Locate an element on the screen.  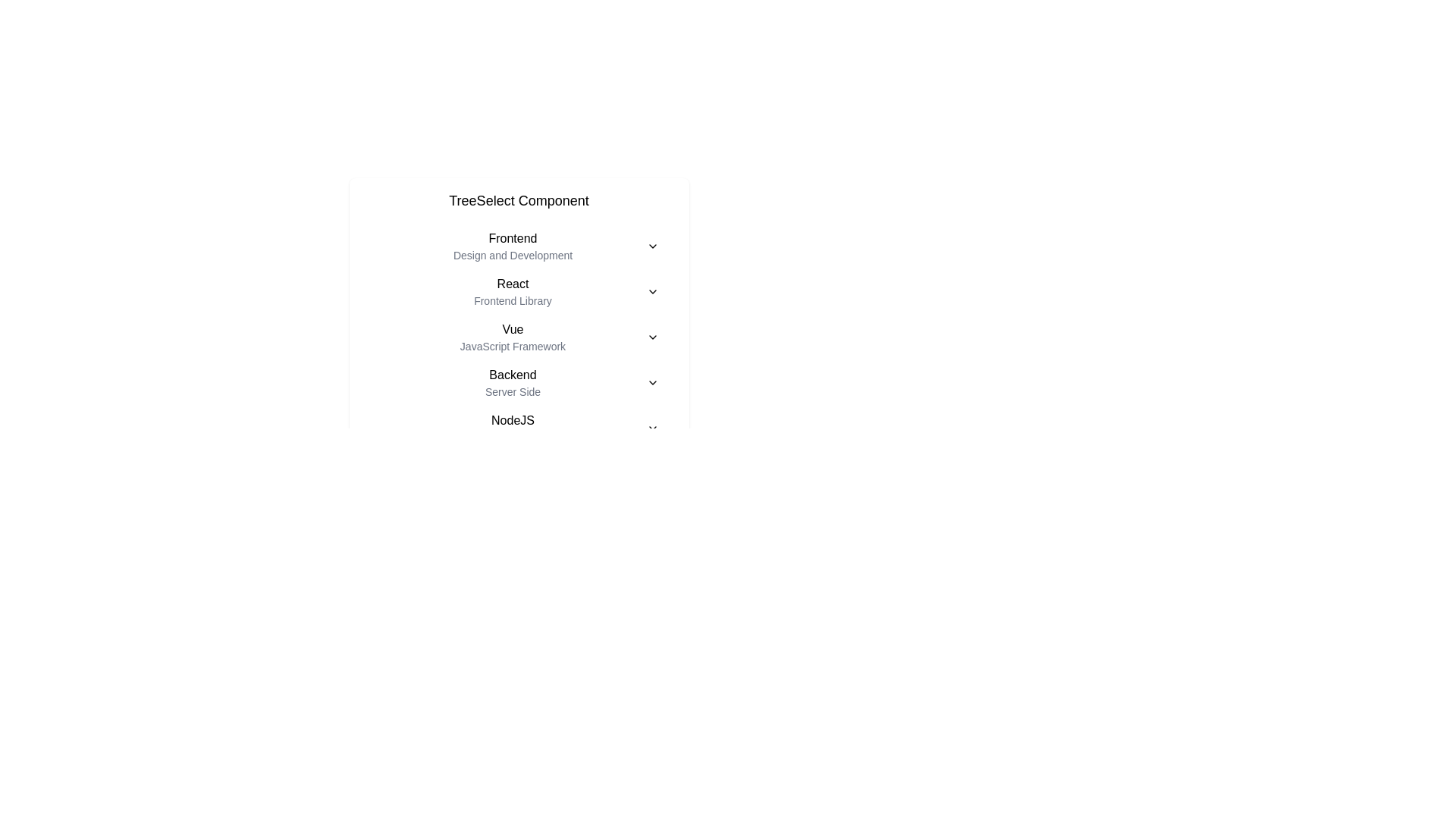
the 'Vue' dropdown menu item for keyboard navigation is located at coordinates (519, 336).